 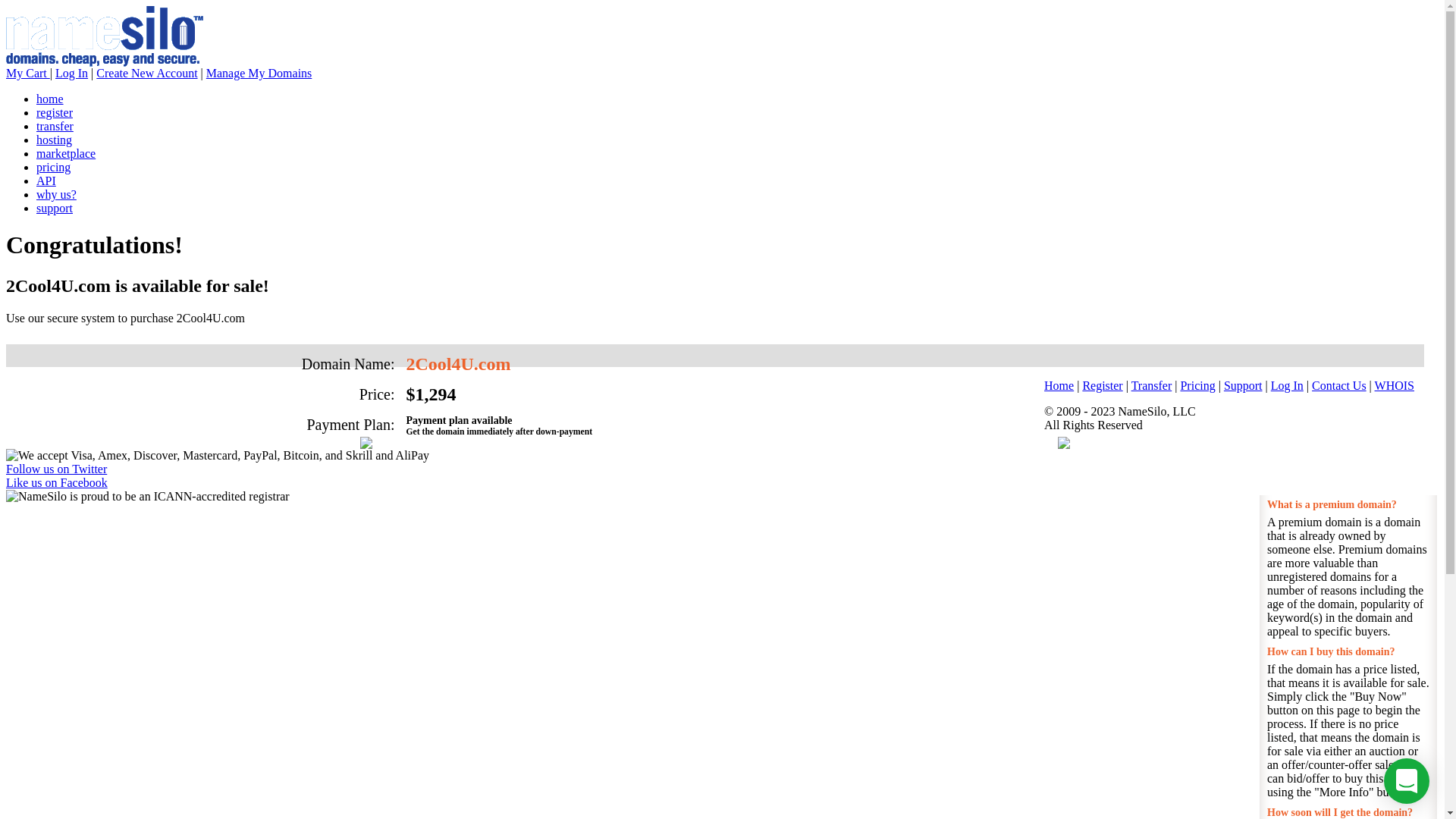 What do you see at coordinates (1102, 384) in the screenshot?
I see `'Register'` at bounding box center [1102, 384].